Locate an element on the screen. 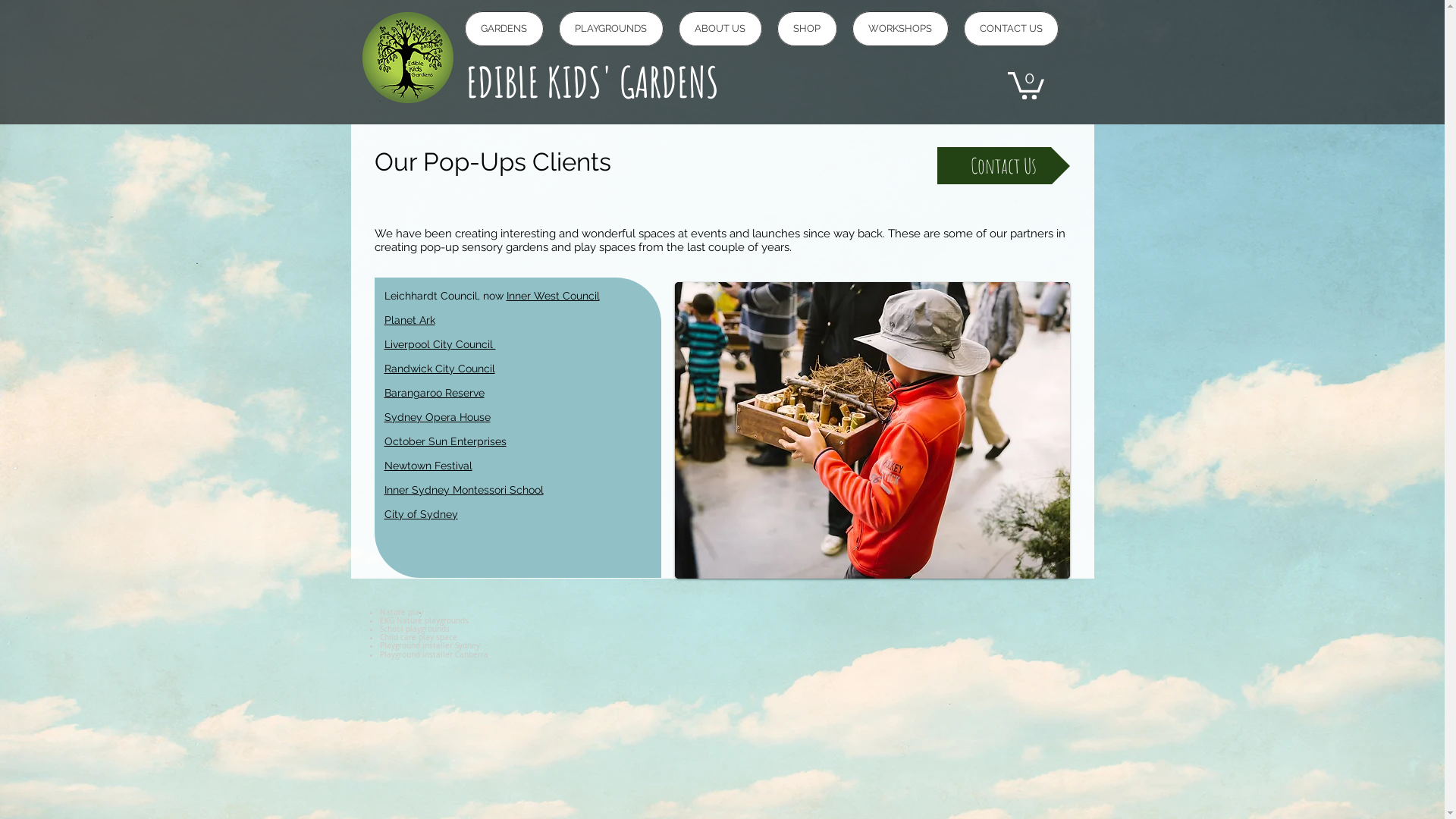  'Contact Us' is located at coordinates (1003, 165).